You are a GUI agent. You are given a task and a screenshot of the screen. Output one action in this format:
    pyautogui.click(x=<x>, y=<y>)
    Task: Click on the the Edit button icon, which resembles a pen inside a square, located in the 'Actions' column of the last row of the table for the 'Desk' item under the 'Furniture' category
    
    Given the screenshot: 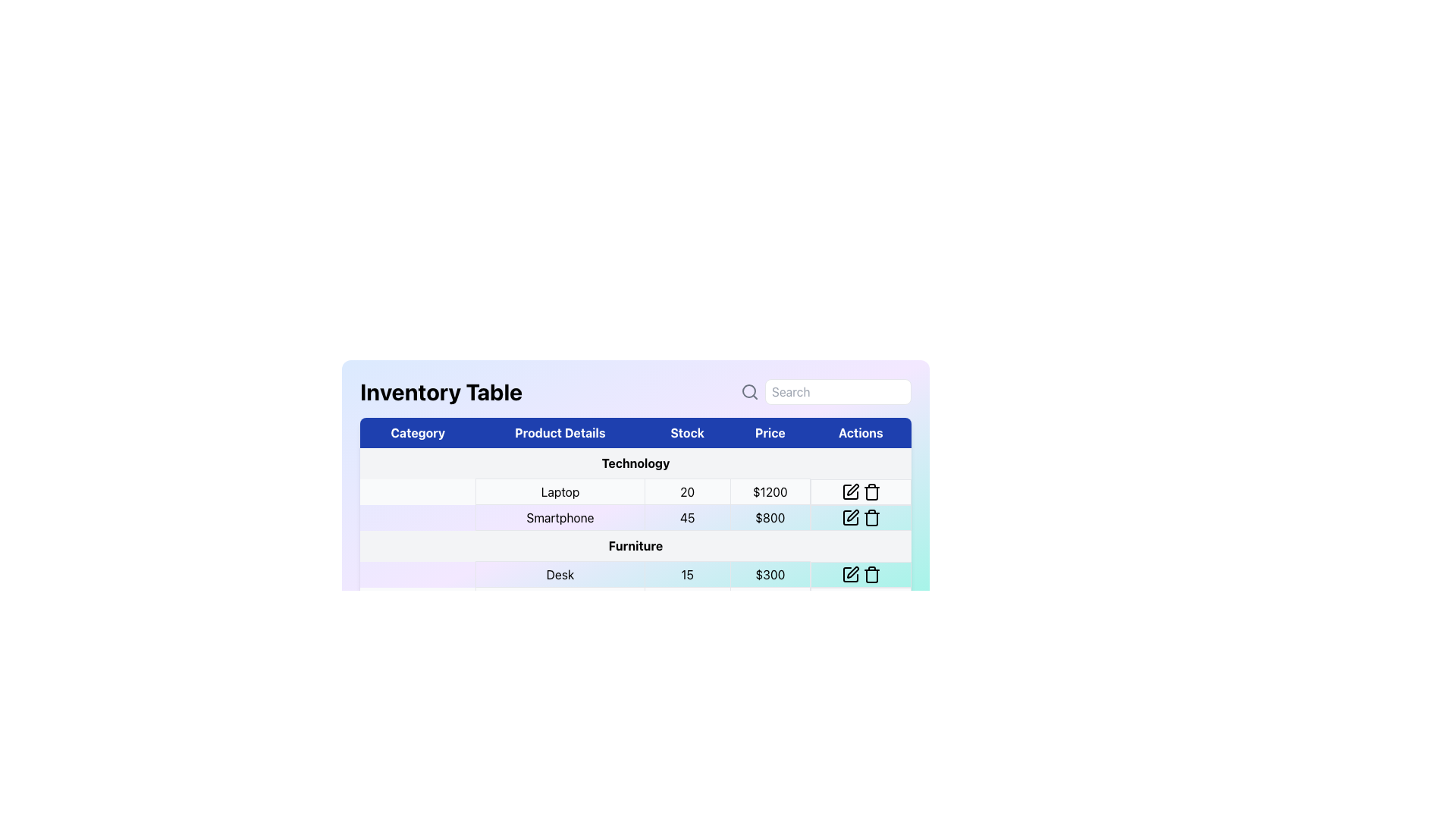 What is the action you would take?
    pyautogui.click(x=852, y=571)
    